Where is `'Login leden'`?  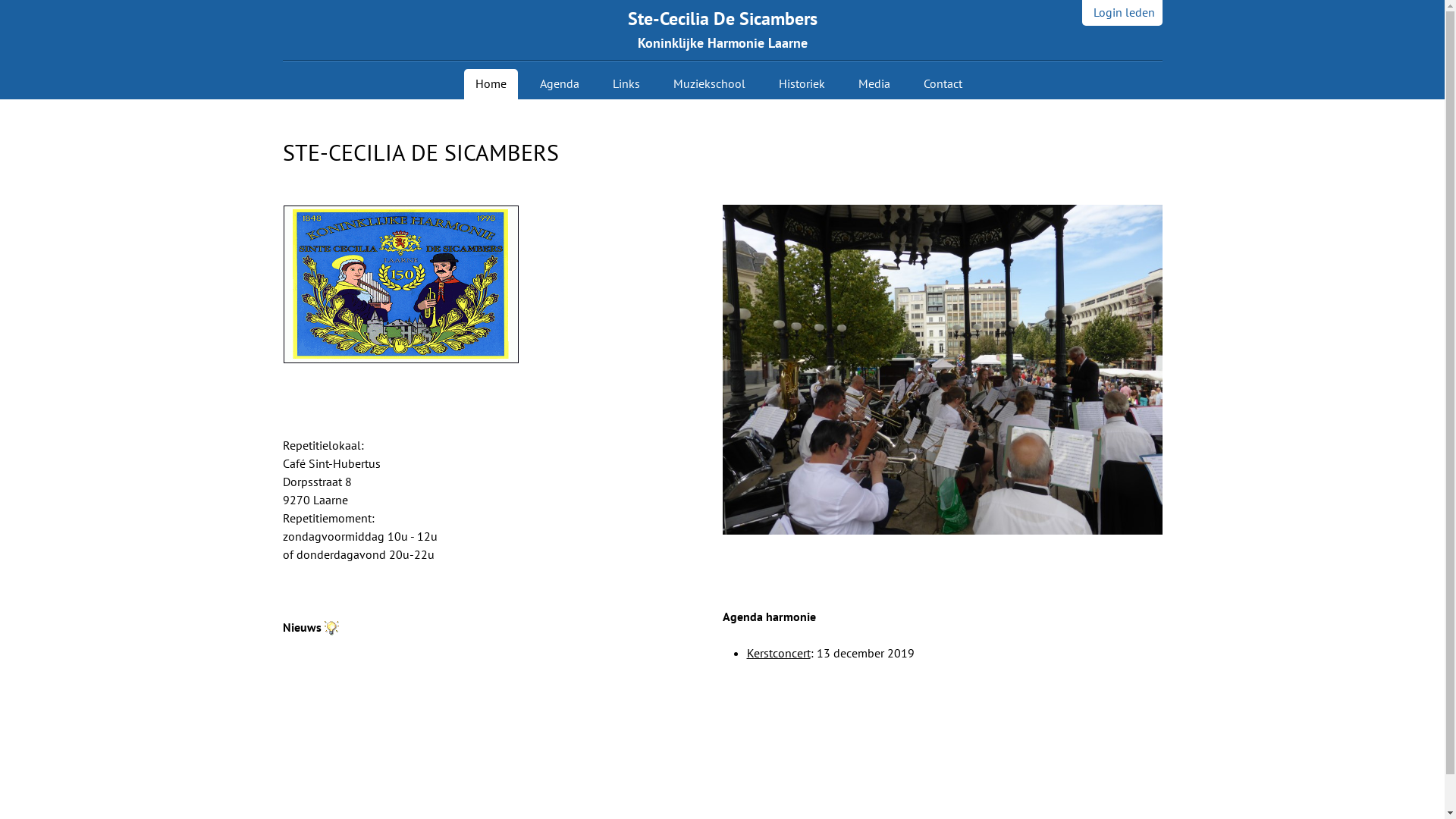 'Login leden' is located at coordinates (1121, 12).